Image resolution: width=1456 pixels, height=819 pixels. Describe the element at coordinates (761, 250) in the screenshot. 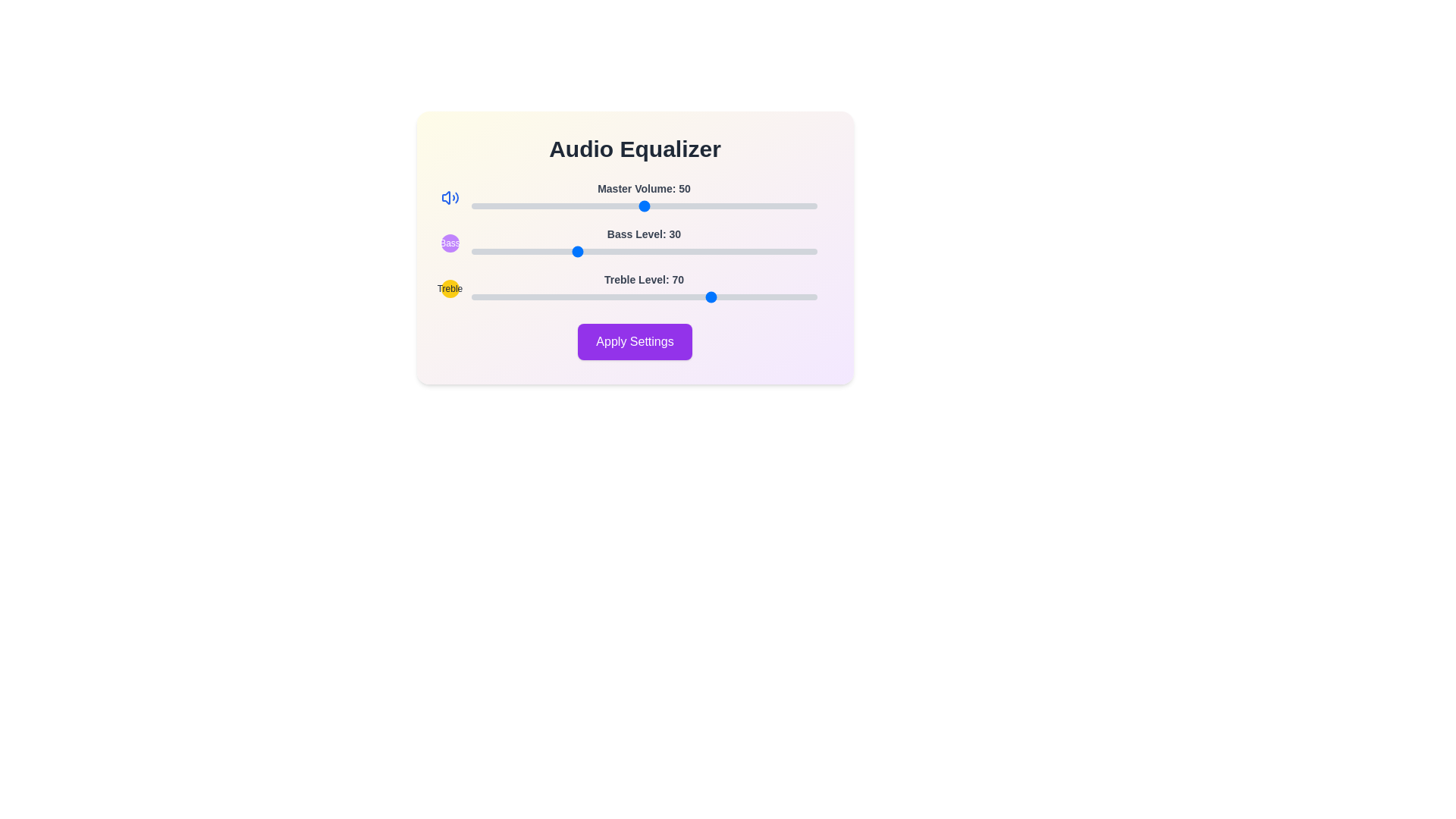

I see `bass level` at that location.